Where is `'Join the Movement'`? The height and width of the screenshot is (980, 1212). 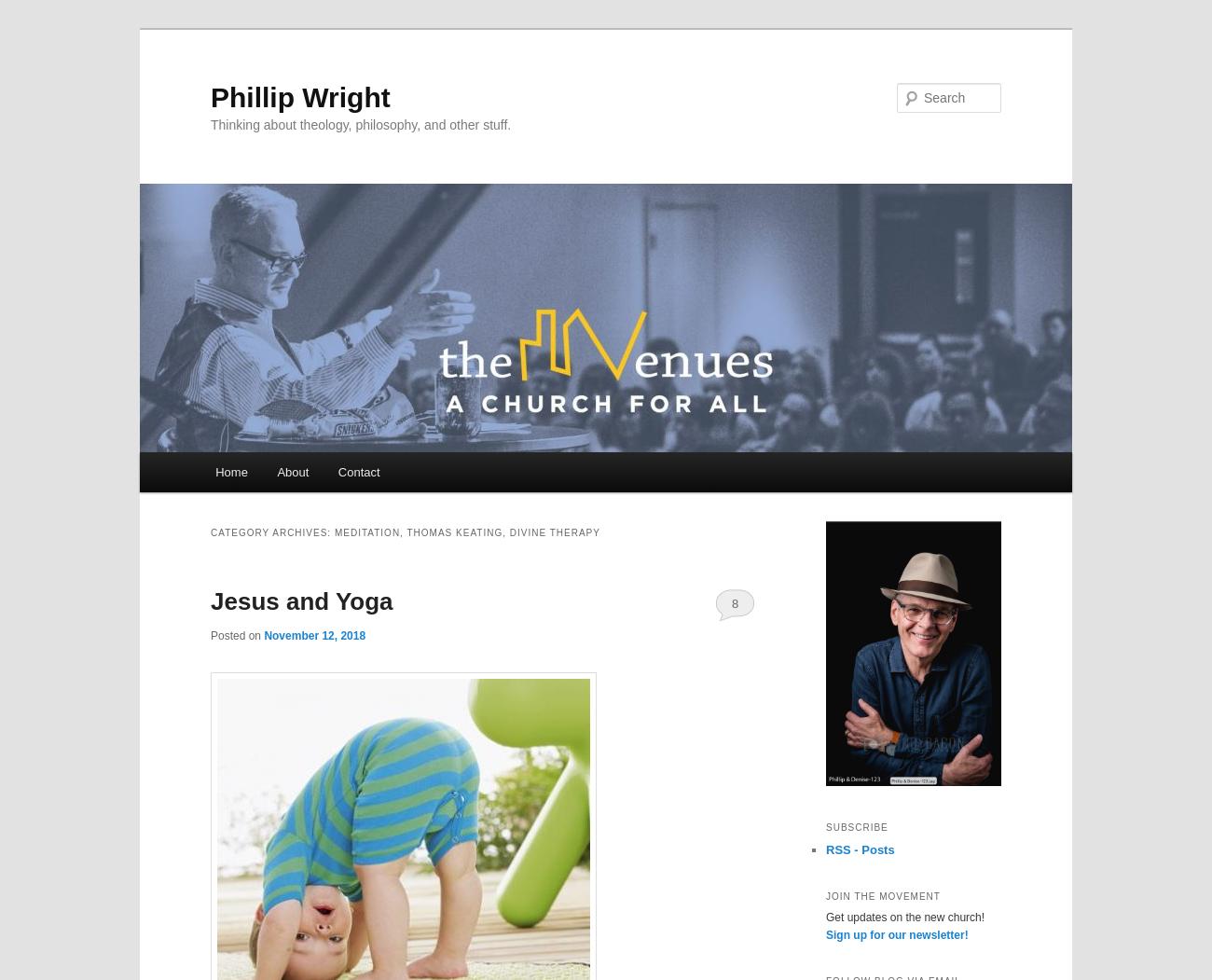
'Join the Movement' is located at coordinates (883, 894).